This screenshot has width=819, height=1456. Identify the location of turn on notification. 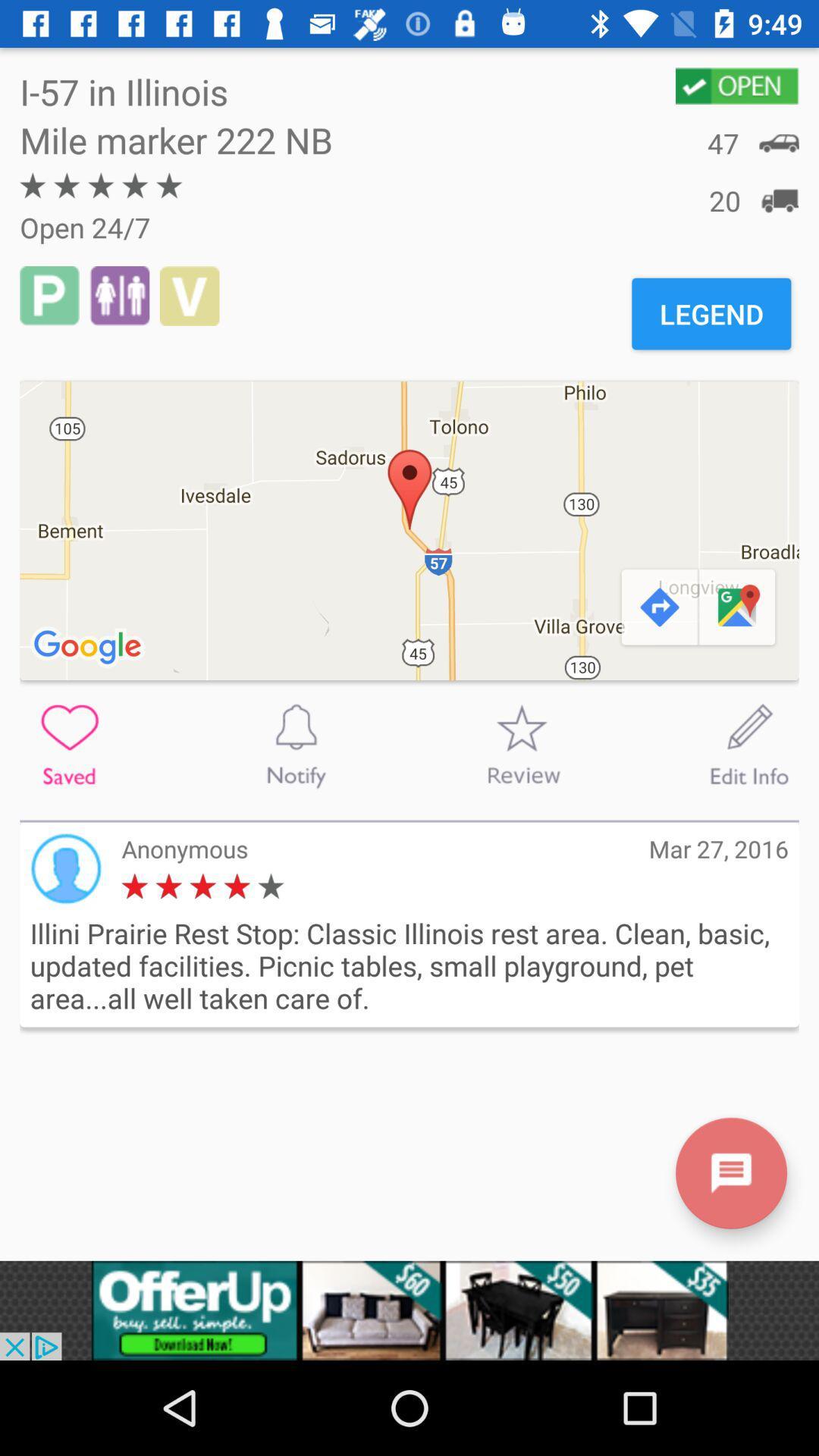
(296, 745).